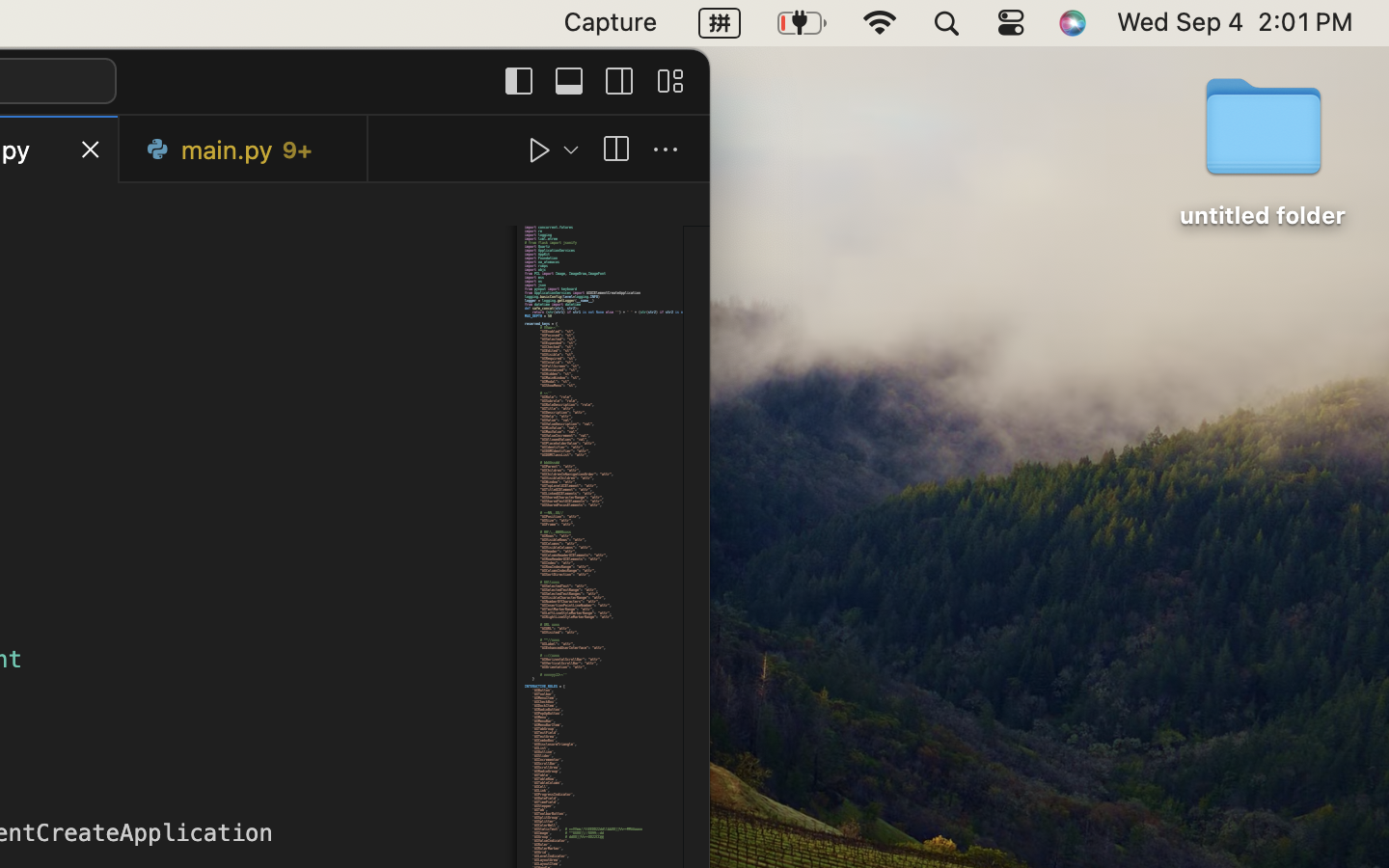 The height and width of the screenshot is (868, 1389). What do you see at coordinates (568, 79) in the screenshot?
I see `''` at bounding box center [568, 79].